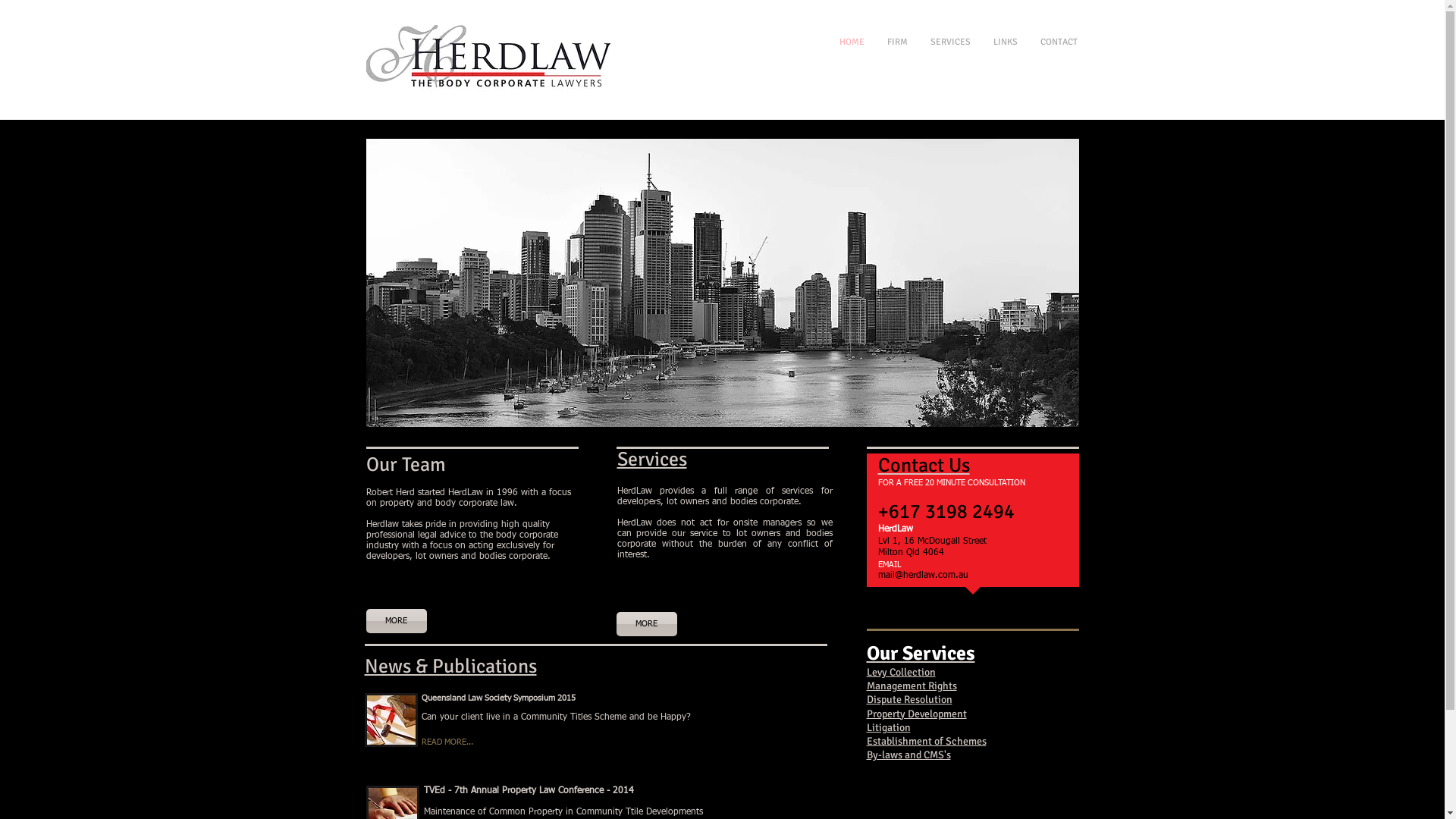  I want to click on 'mail@herdlaw.com.au', so click(922, 576).